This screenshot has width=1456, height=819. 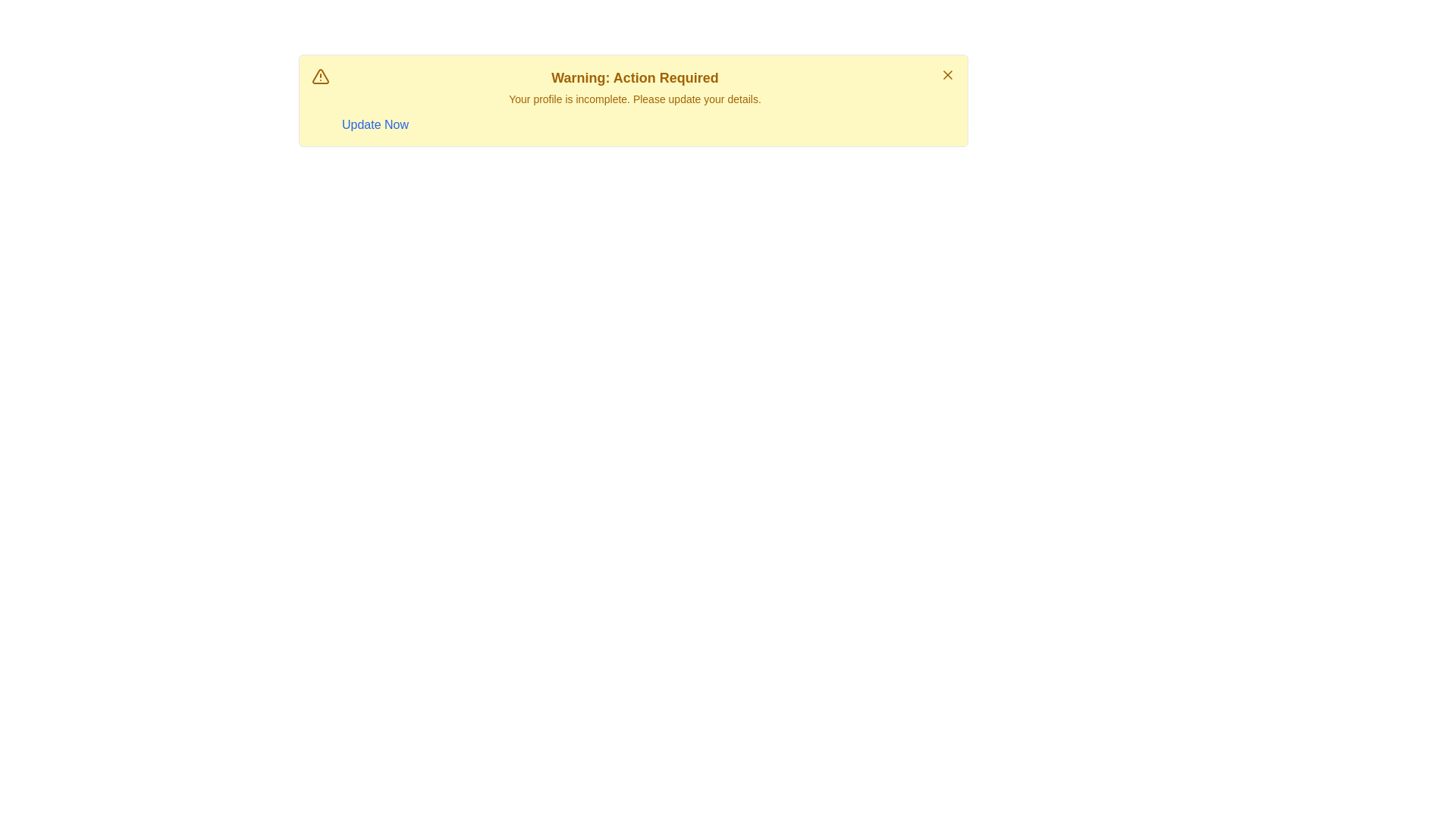 What do you see at coordinates (633, 100) in the screenshot?
I see `the yellow notification banner displaying the warning message 'Warning: Action Required' with the instruction 'Your profile is incomplete. Please update your details.'` at bounding box center [633, 100].